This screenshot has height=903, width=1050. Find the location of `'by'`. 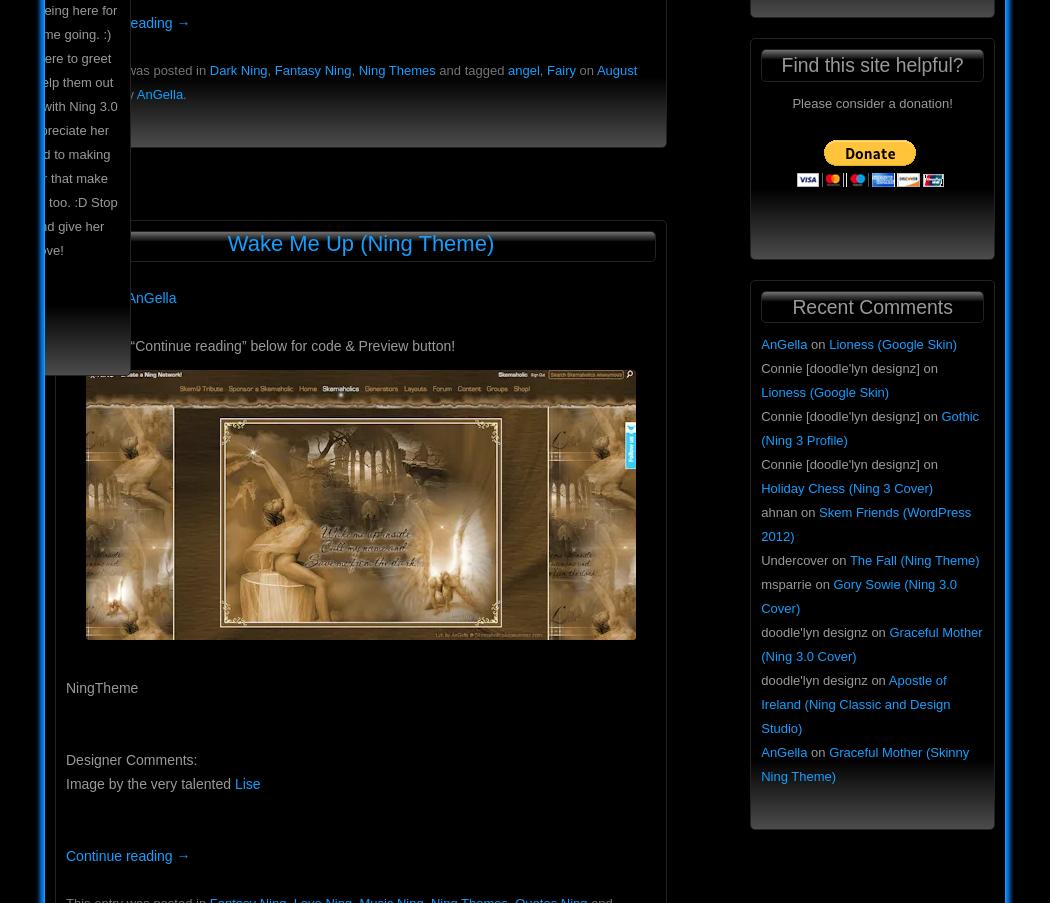

'by' is located at coordinates (125, 93).